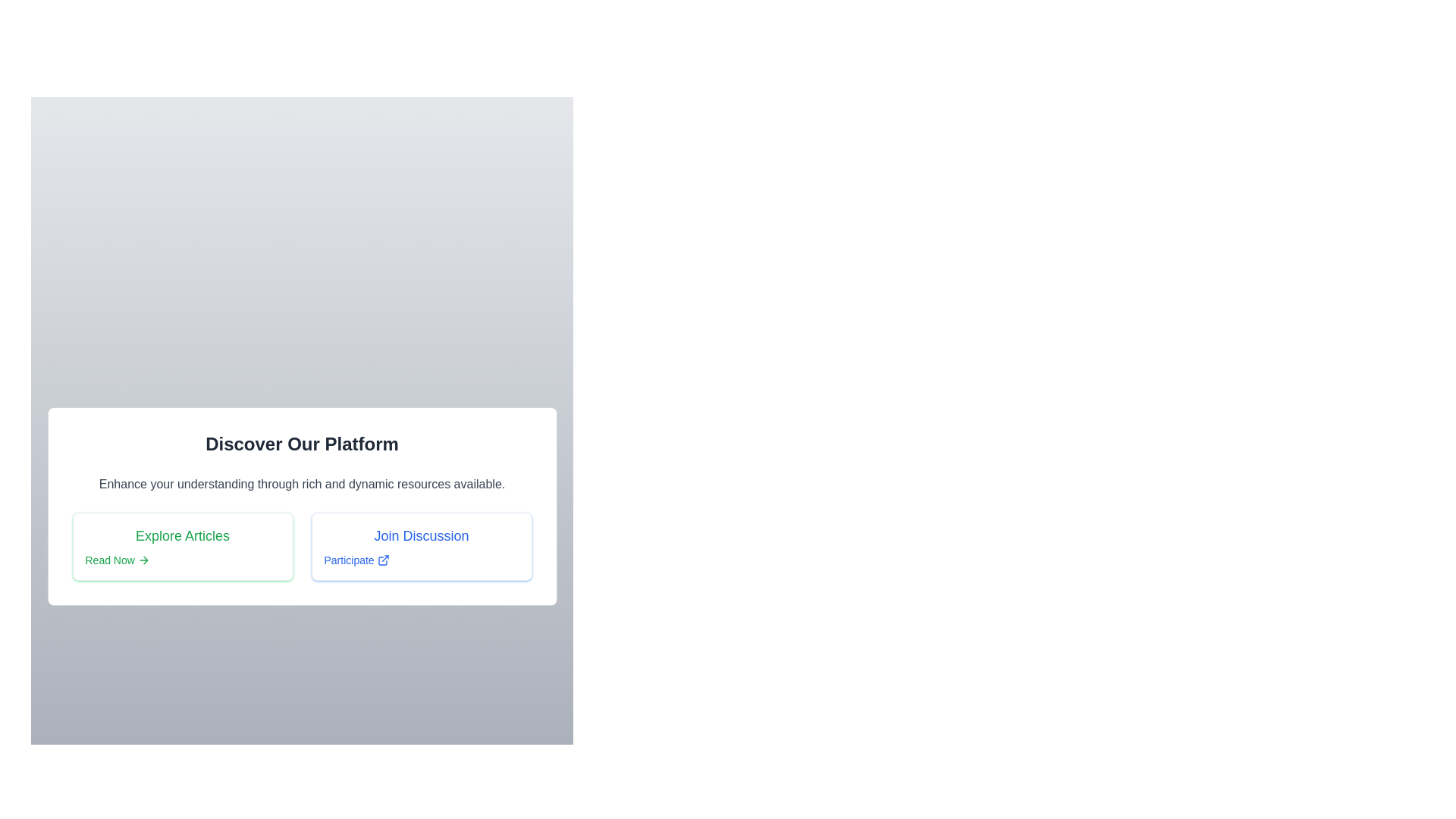 This screenshot has height=819, width=1456. Describe the element at coordinates (143, 560) in the screenshot. I see `the rightward pointing arrow icon adjacent to the 'Read Now' text in the 'Explore Articles' section` at that location.